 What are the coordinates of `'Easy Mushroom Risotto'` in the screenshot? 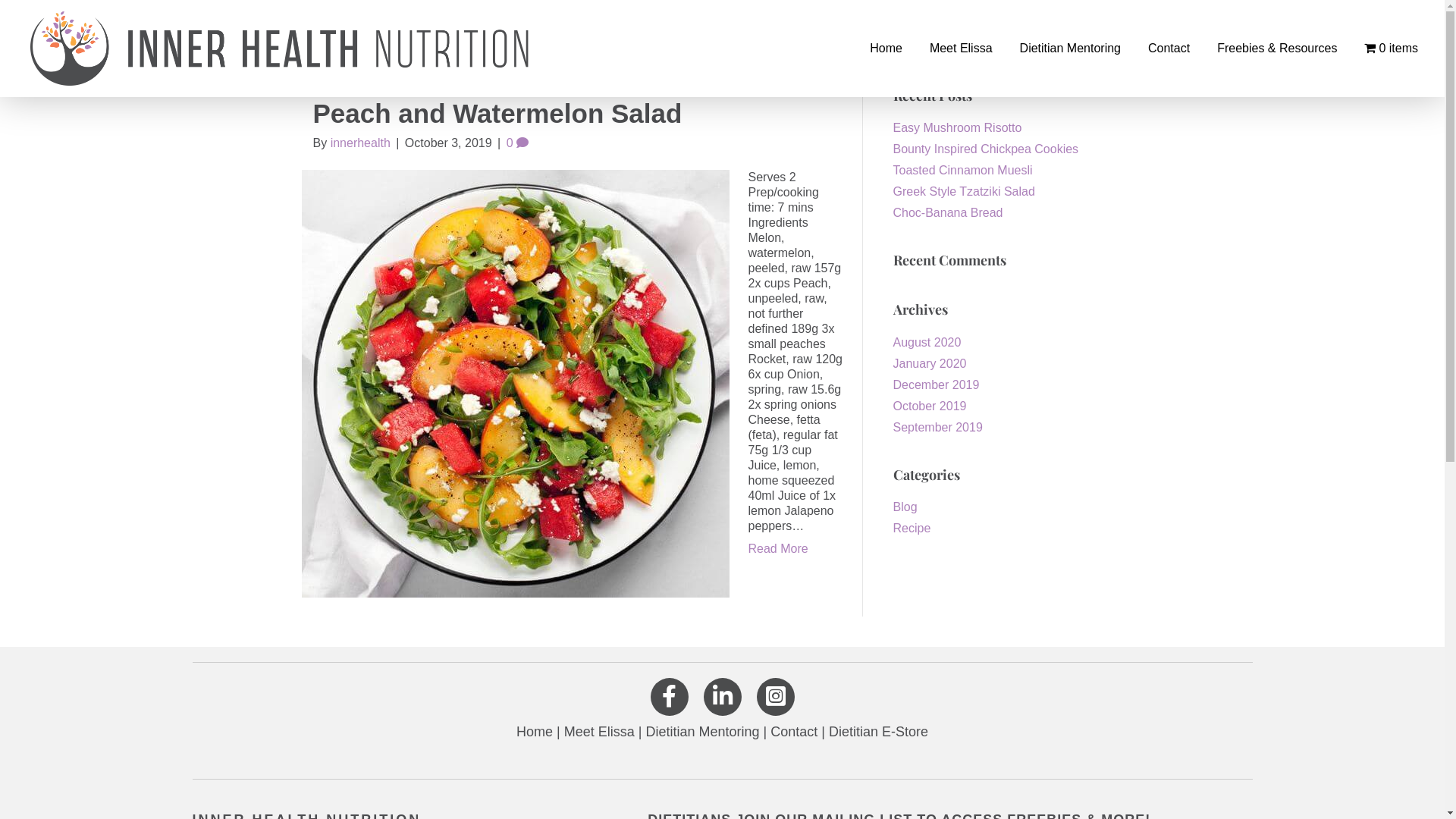 It's located at (956, 127).